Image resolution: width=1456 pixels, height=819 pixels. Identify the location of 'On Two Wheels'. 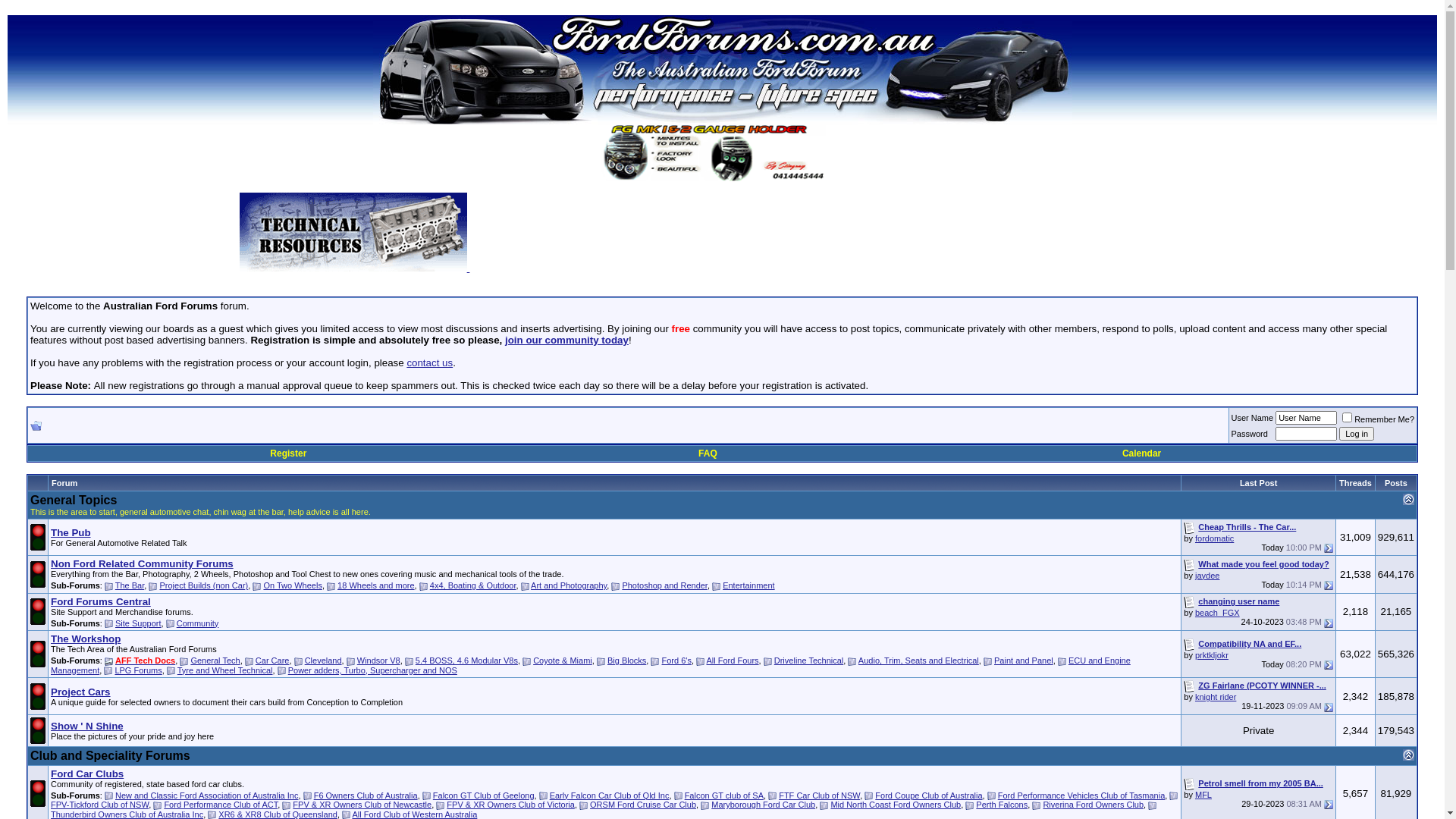
(292, 584).